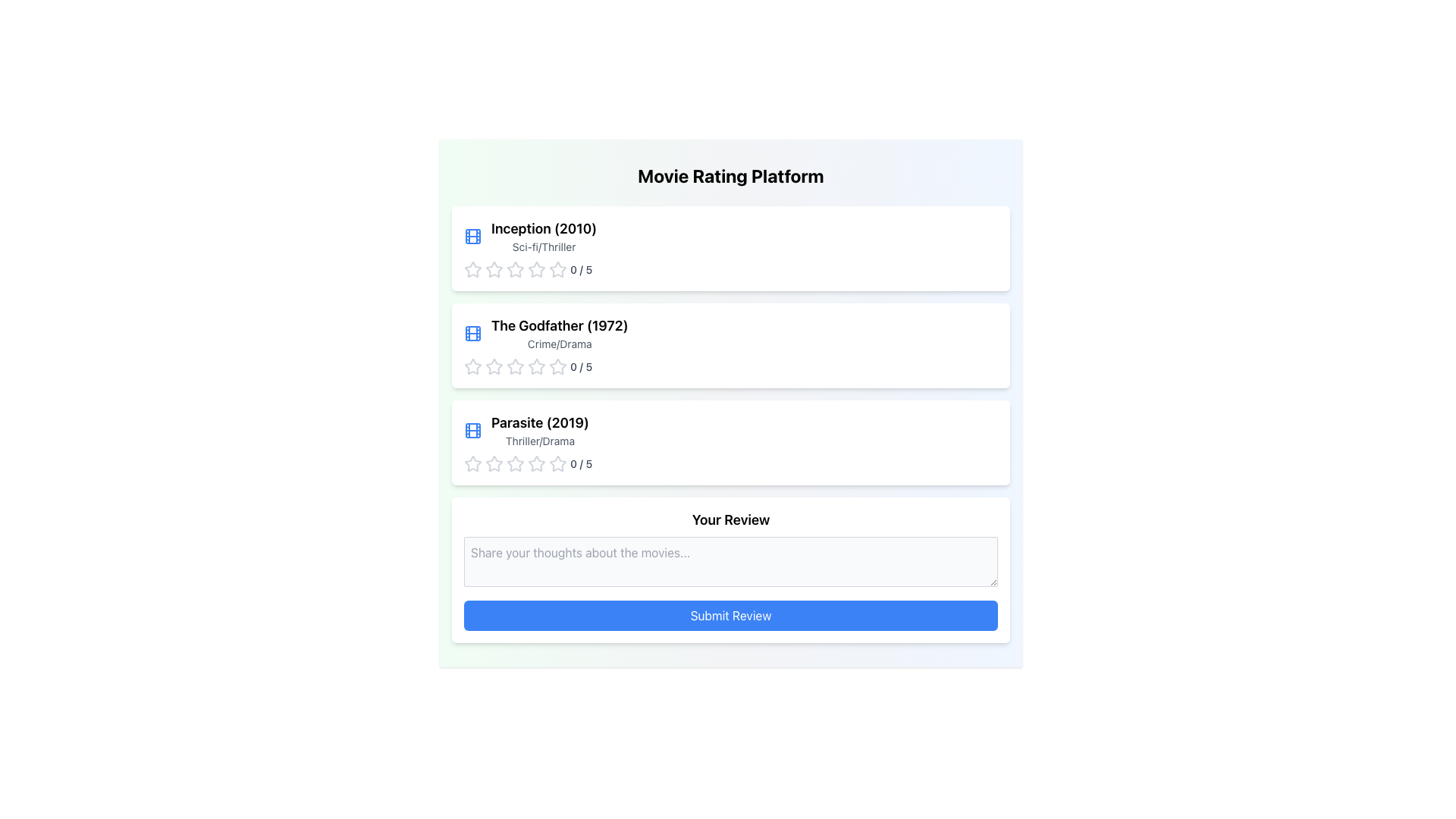  Describe the element at coordinates (472, 366) in the screenshot. I see `the first star icon in the rating system for 'The Godfather (1972)' movie card` at that location.